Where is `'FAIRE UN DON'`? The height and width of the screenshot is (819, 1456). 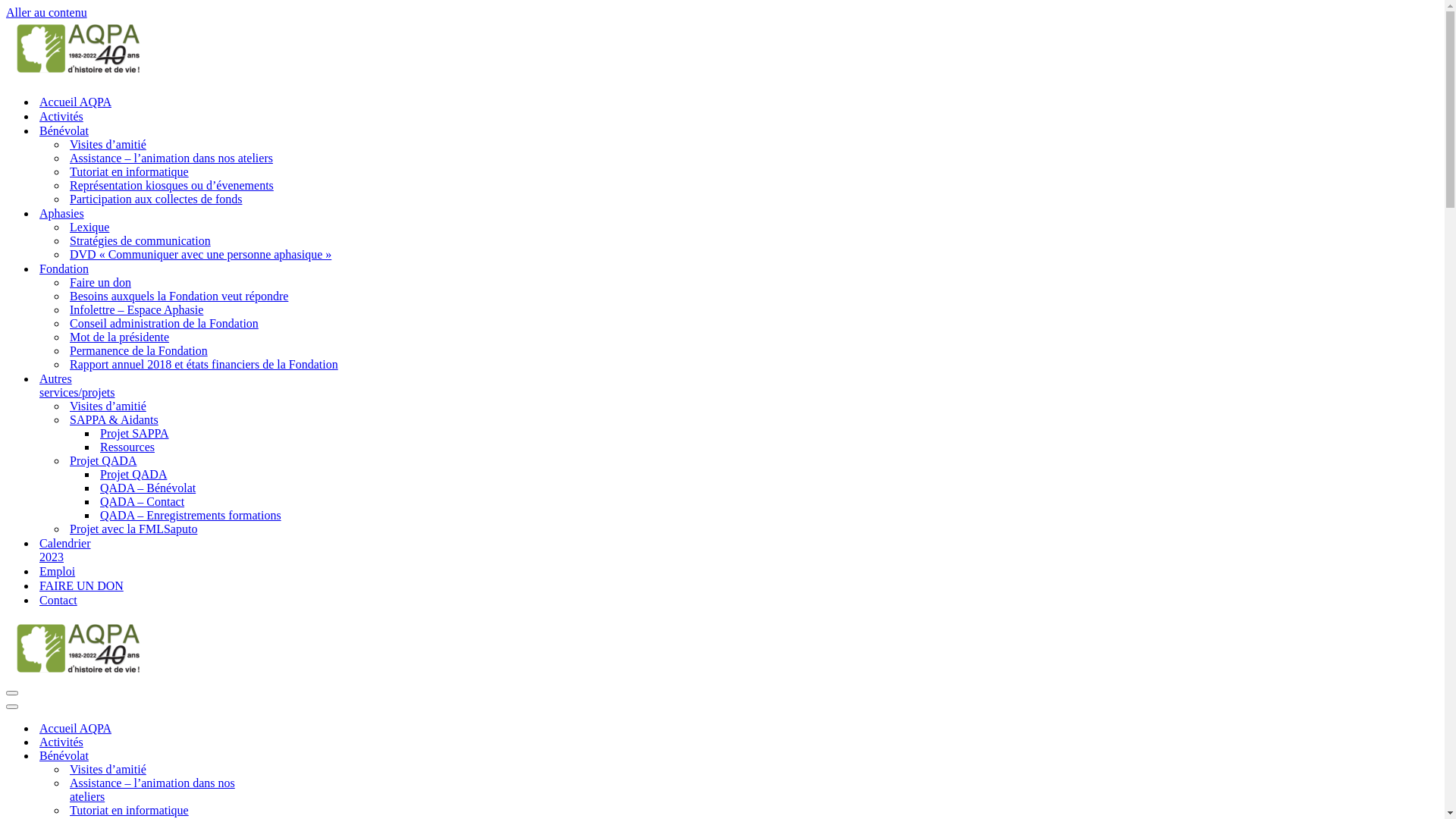
'FAIRE UN DON' is located at coordinates (80, 585).